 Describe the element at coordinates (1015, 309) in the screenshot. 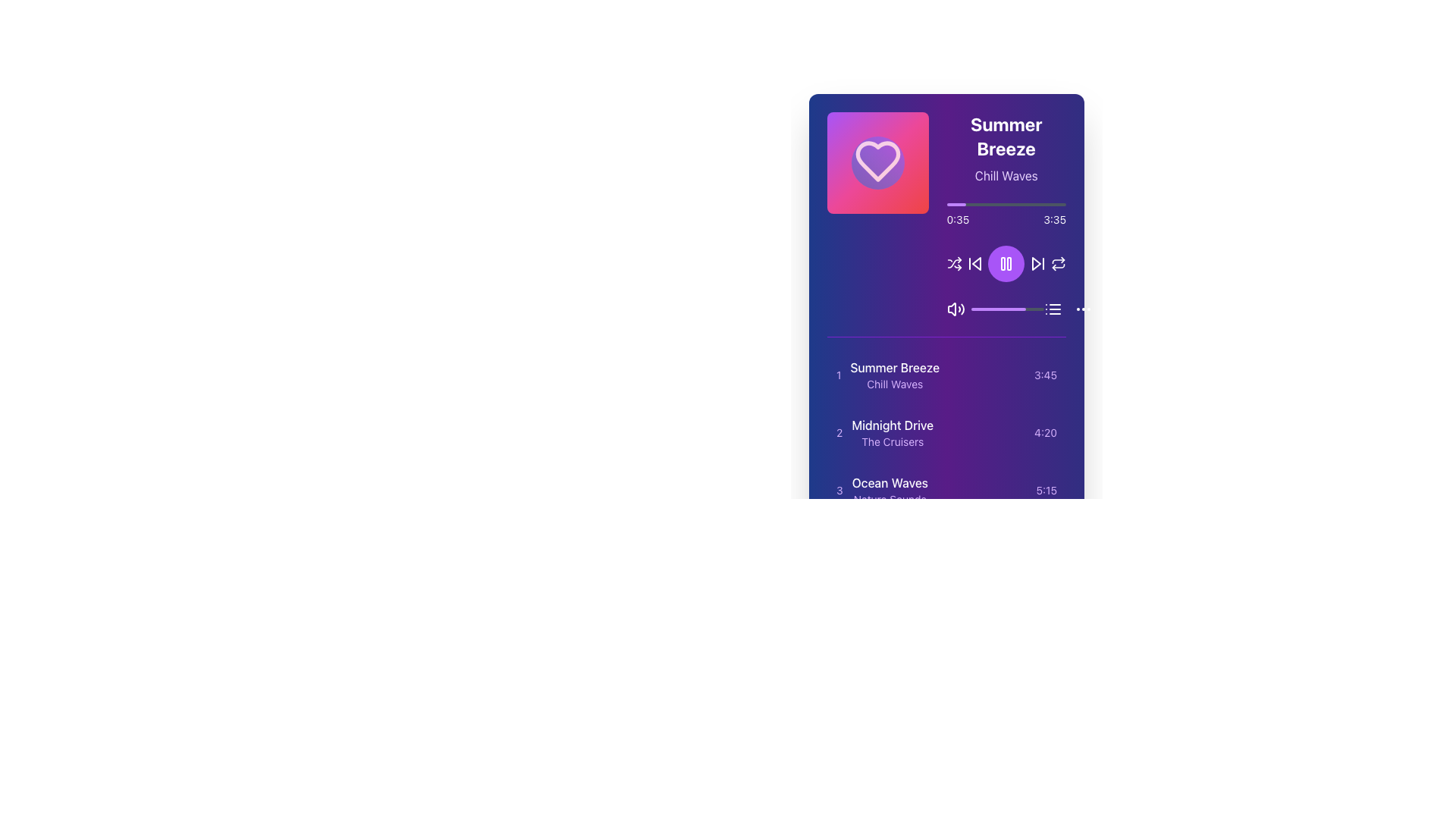

I see `the progress value` at that location.